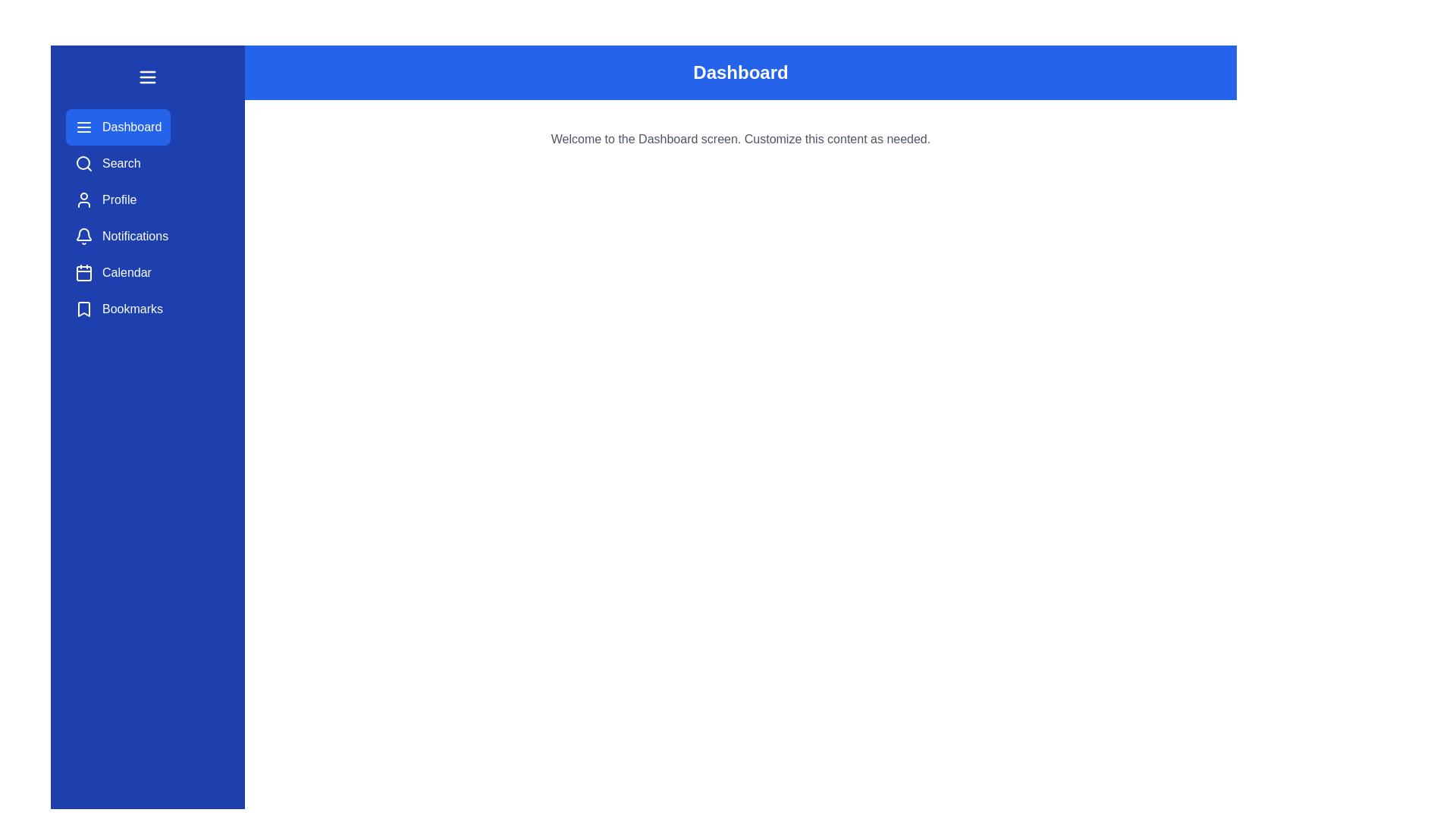 This screenshot has width=1456, height=819. I want to click on the 'Bookmarks' button, which is a rectangular button with a blue background and a bookmark icon, located in the vertical navigation sidebar, so click(118, 309).